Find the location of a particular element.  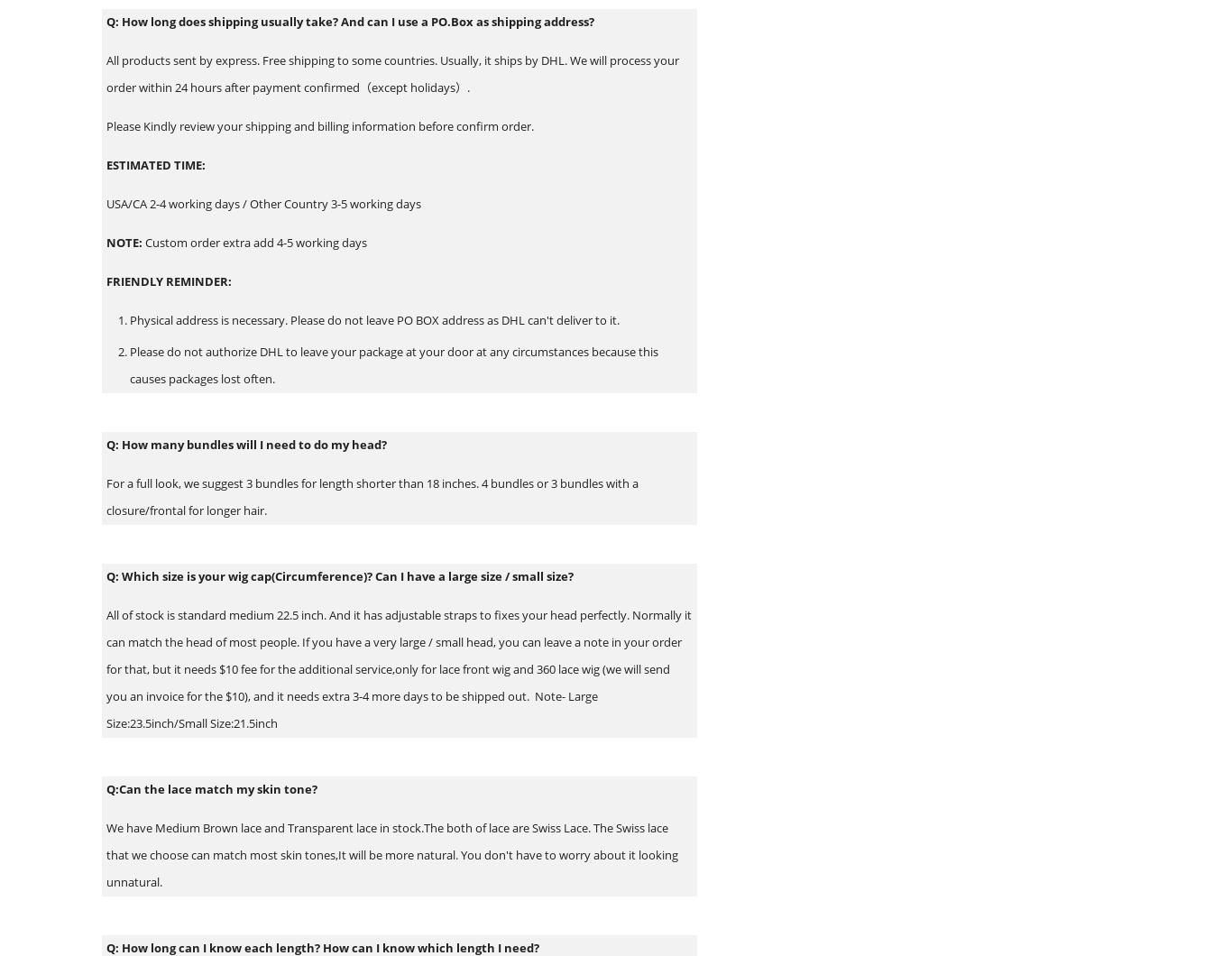

'Q:Can the lace match my skin tone?' is located at coordinates (211, 789).